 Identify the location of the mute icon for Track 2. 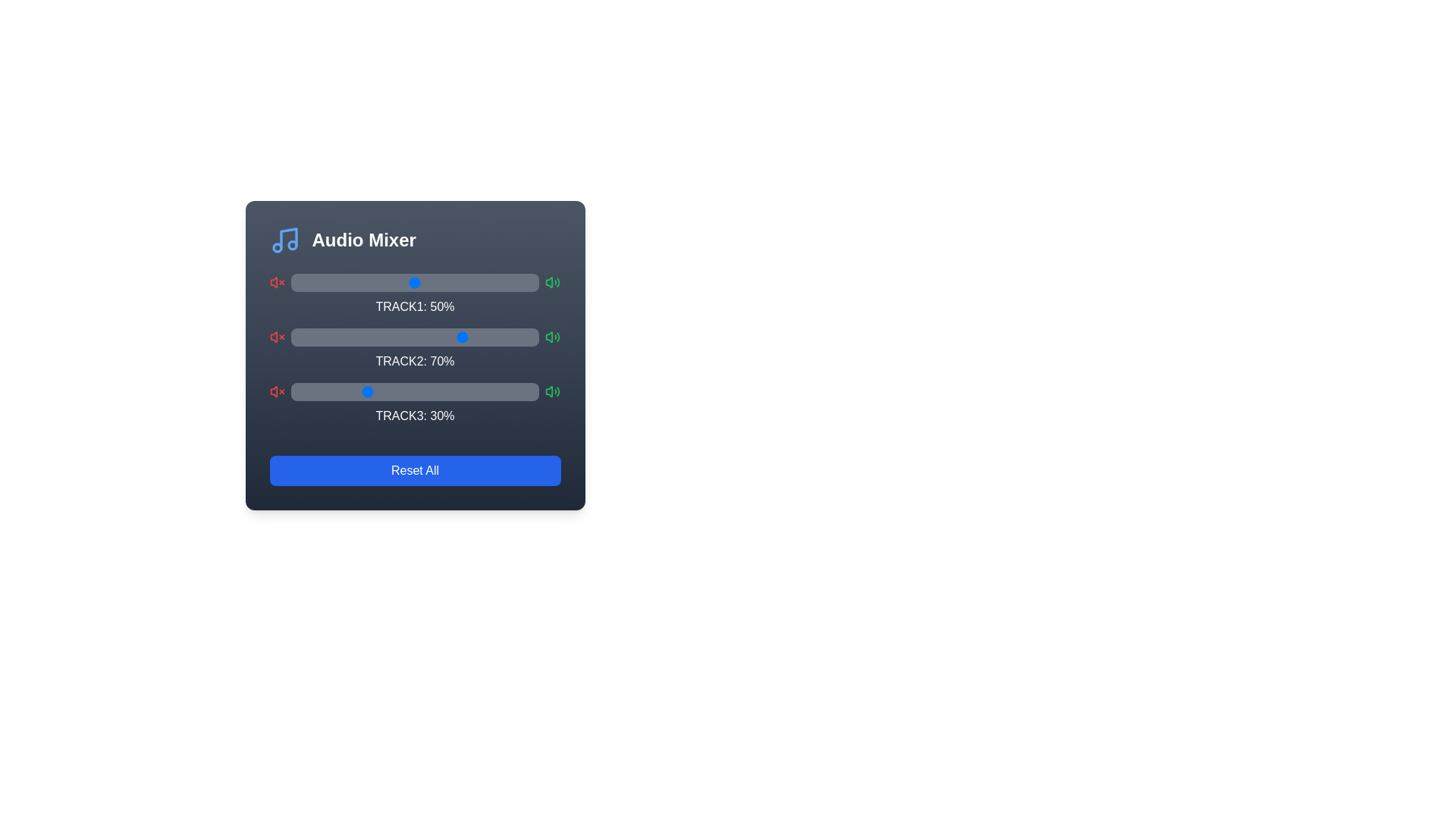
(277, 336).